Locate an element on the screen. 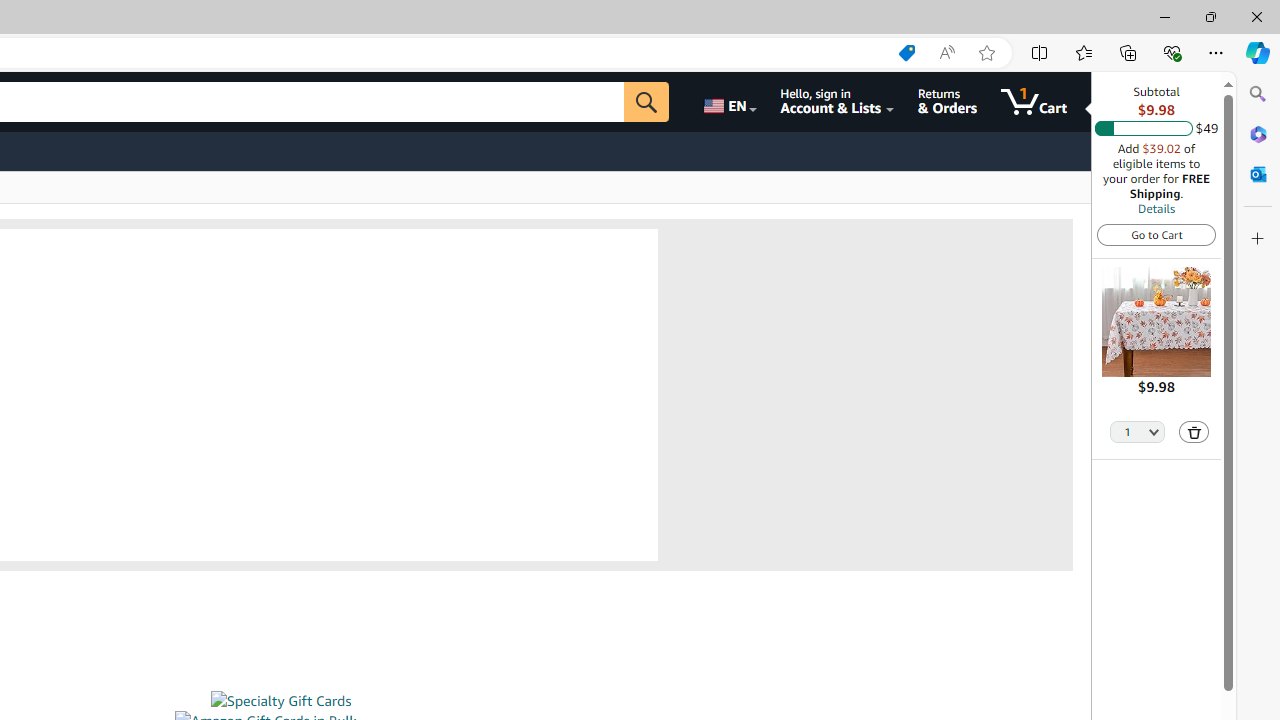 Image resolution: width=1280 pixels, height=720 pixels. 'Details' is located at coordinates (1156, 208).